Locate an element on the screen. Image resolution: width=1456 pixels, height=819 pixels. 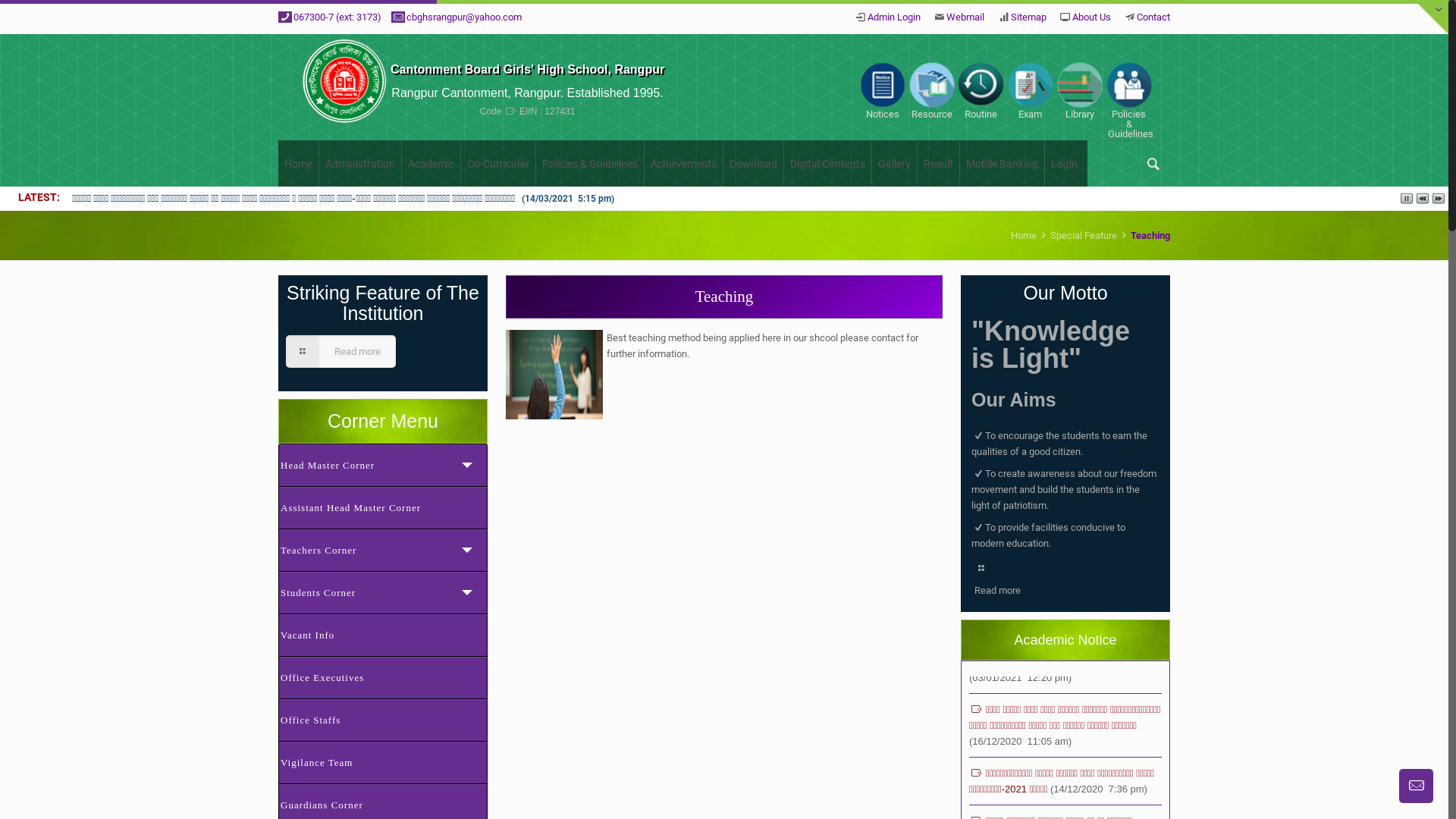
'Download' is located at coordinates (723, 164).